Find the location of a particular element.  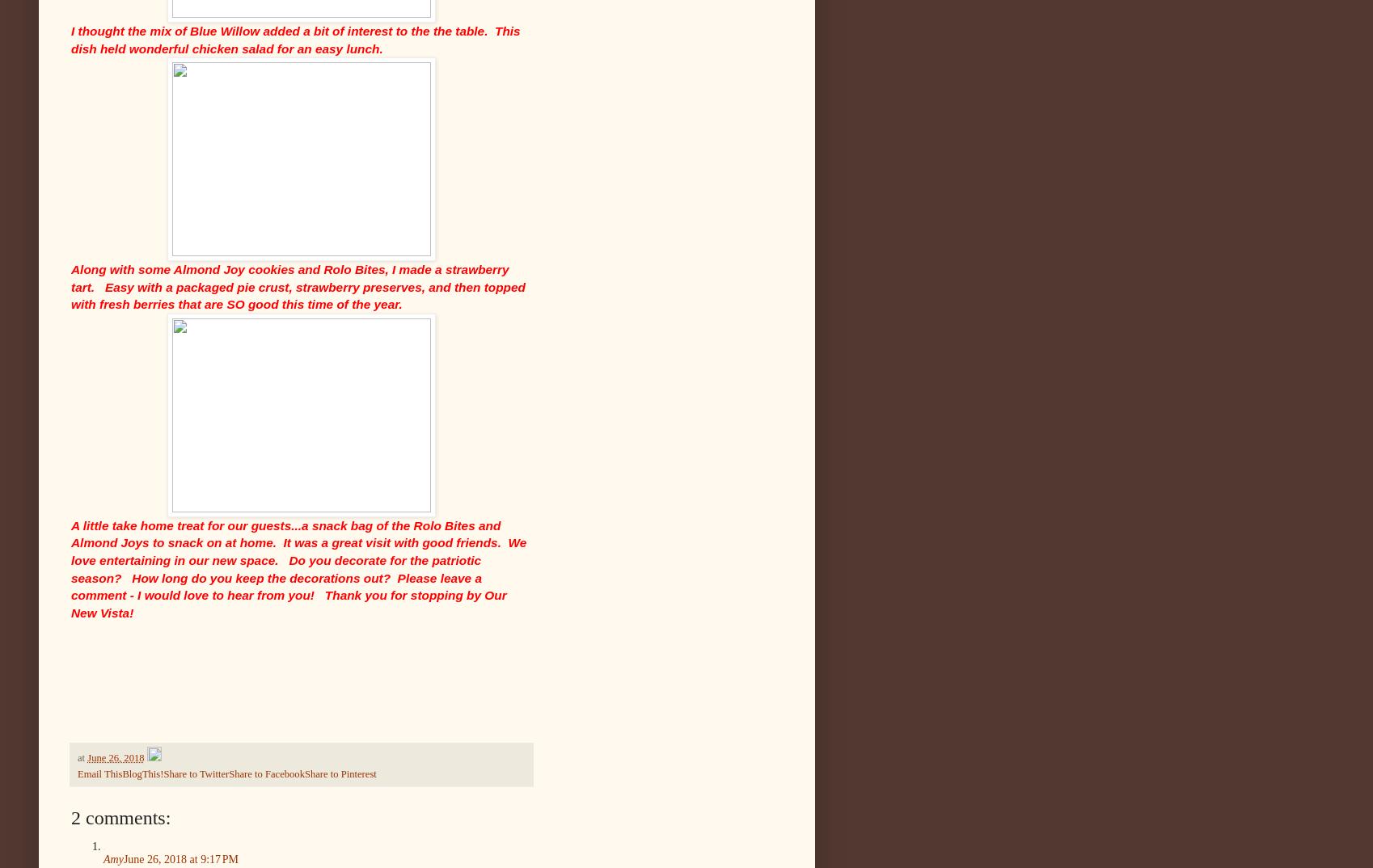

'Share to Facebook' is located at coordinates (265, 773).